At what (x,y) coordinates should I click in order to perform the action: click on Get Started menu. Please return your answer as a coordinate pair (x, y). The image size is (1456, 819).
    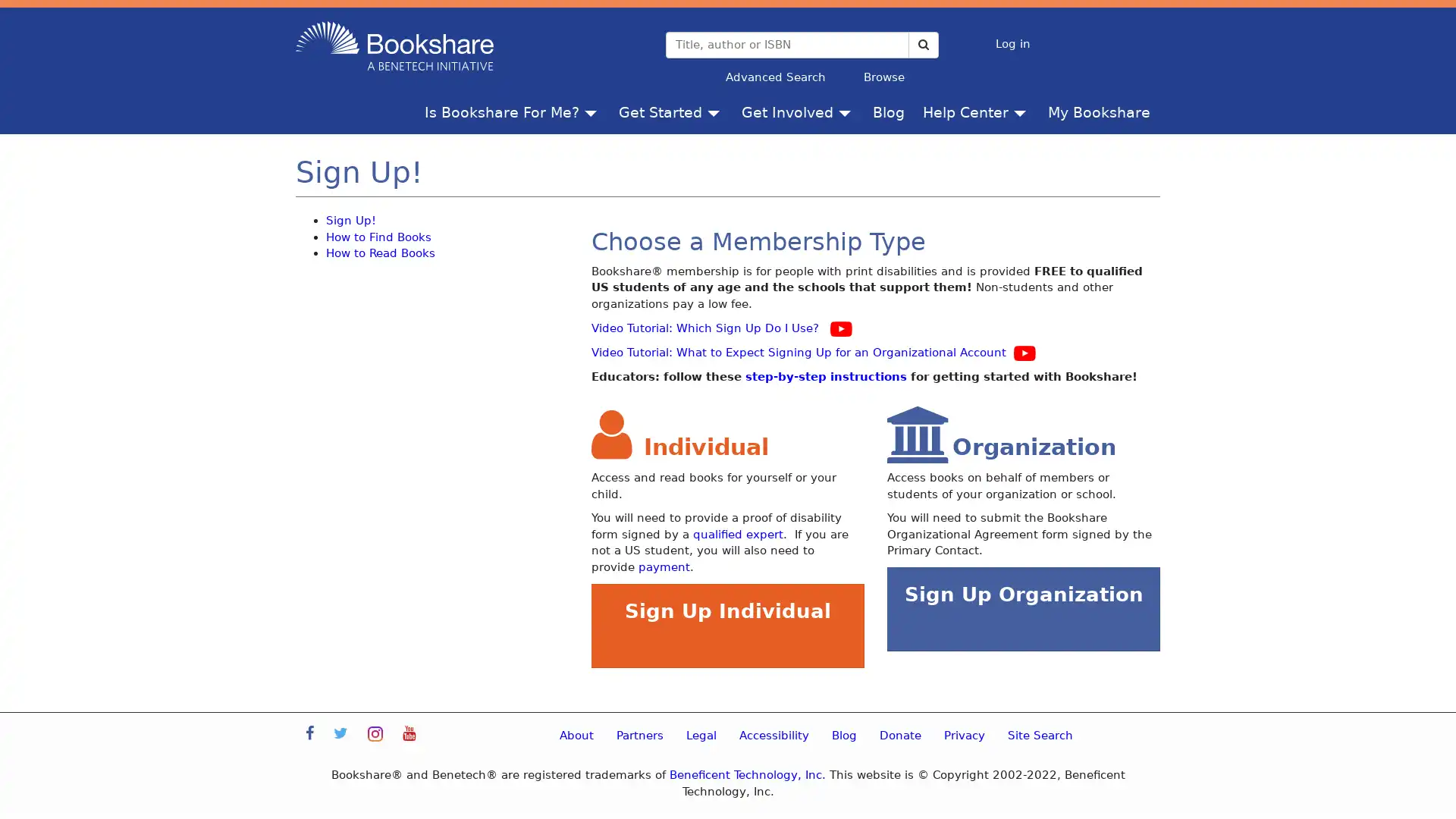
    Looking at the image, I should click on (716, 111).